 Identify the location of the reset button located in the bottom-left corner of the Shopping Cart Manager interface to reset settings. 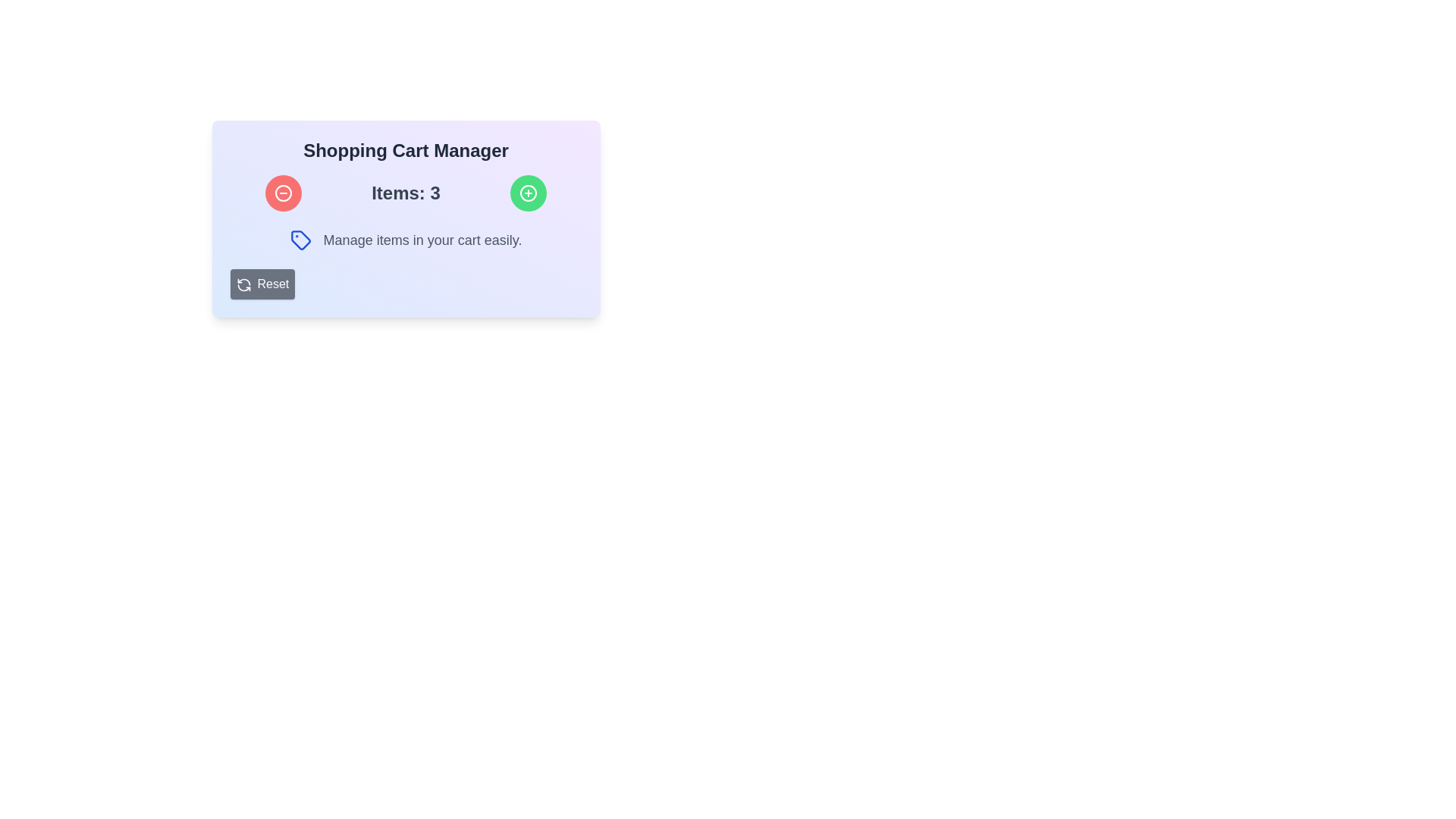
(262, 284).